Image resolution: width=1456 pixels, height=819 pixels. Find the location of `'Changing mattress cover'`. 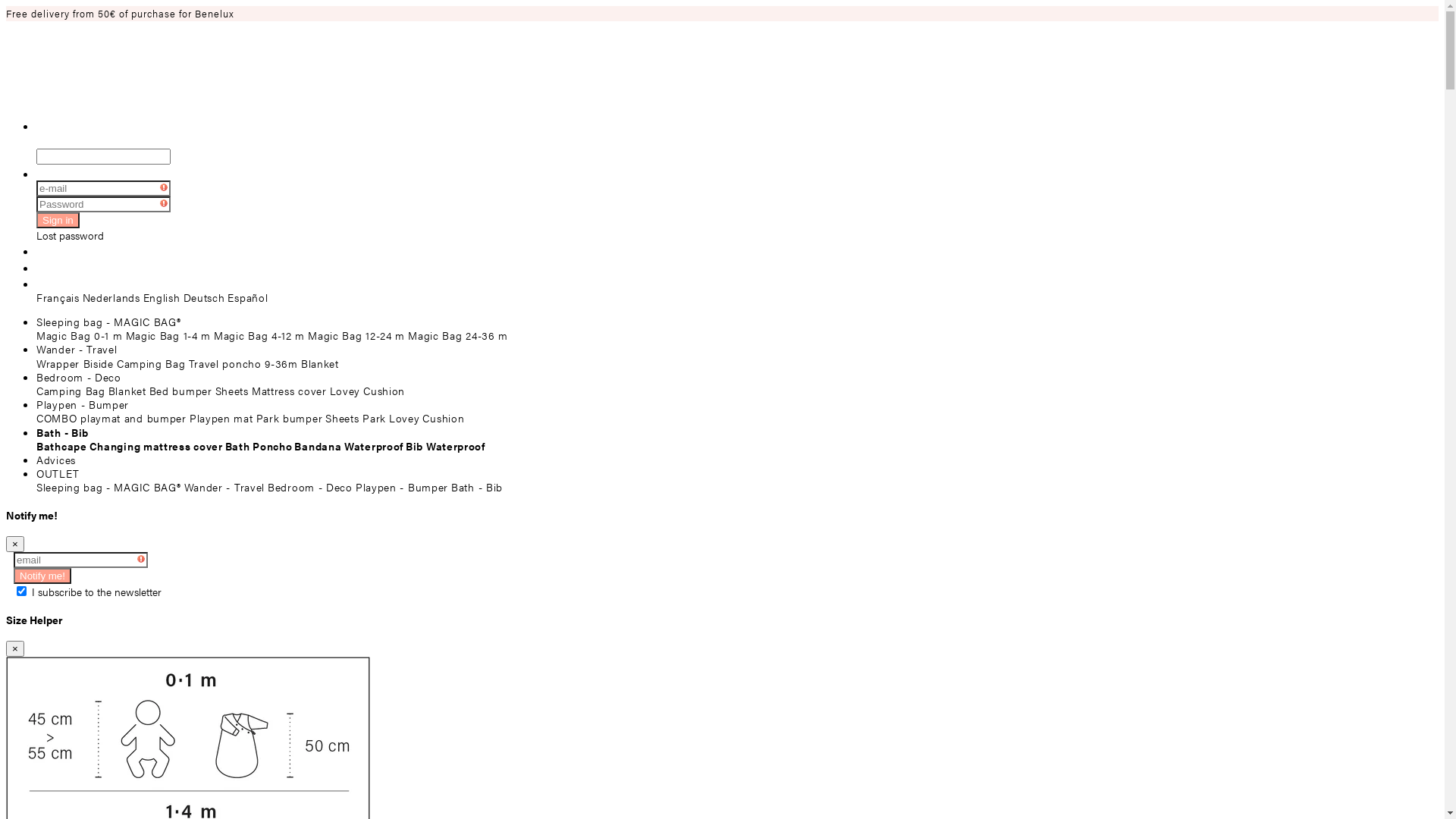

'Changing mattress cover' is located at coordinates (156, 444).